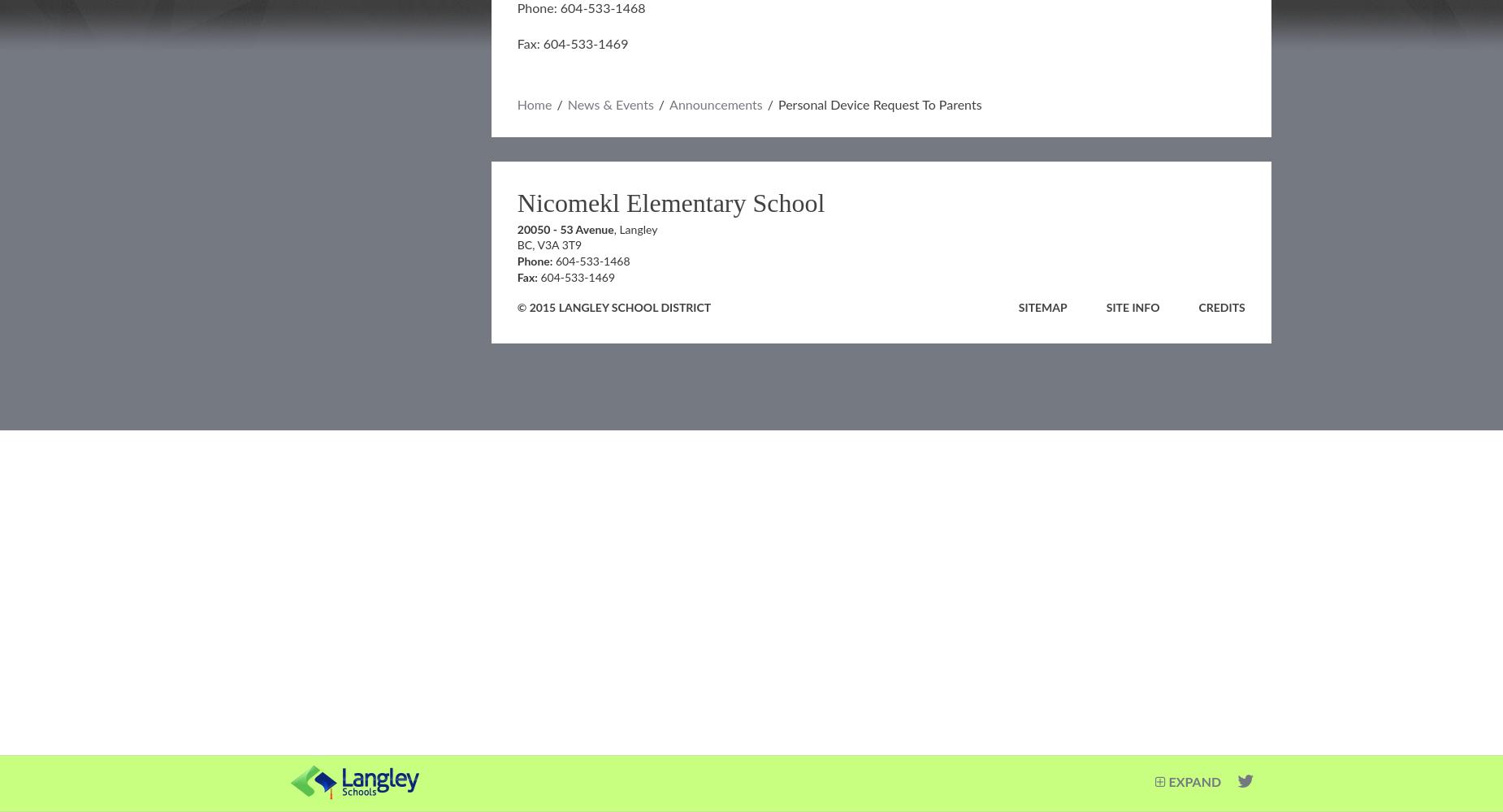 This screenshot has width=1503, height=812. Describe the element at coordinates (609, 106) in the screenshot. I see `'News & Events'` at that location.